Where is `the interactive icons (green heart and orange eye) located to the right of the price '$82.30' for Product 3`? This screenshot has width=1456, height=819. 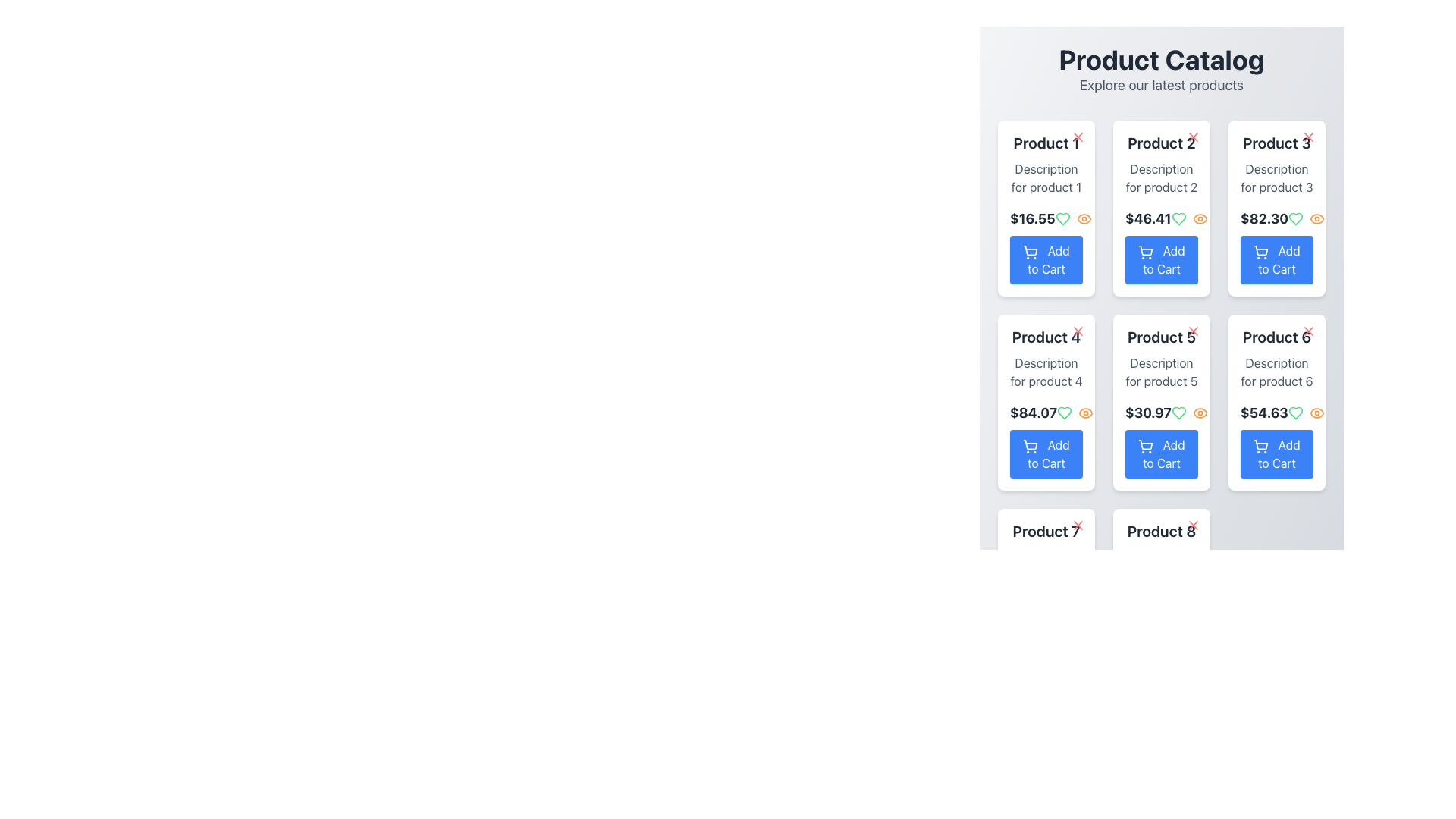
the interactive icons (green heart and orange eye) located to the right of the price '$82.30' for Product 3 is located at coordinates (1306, 219).